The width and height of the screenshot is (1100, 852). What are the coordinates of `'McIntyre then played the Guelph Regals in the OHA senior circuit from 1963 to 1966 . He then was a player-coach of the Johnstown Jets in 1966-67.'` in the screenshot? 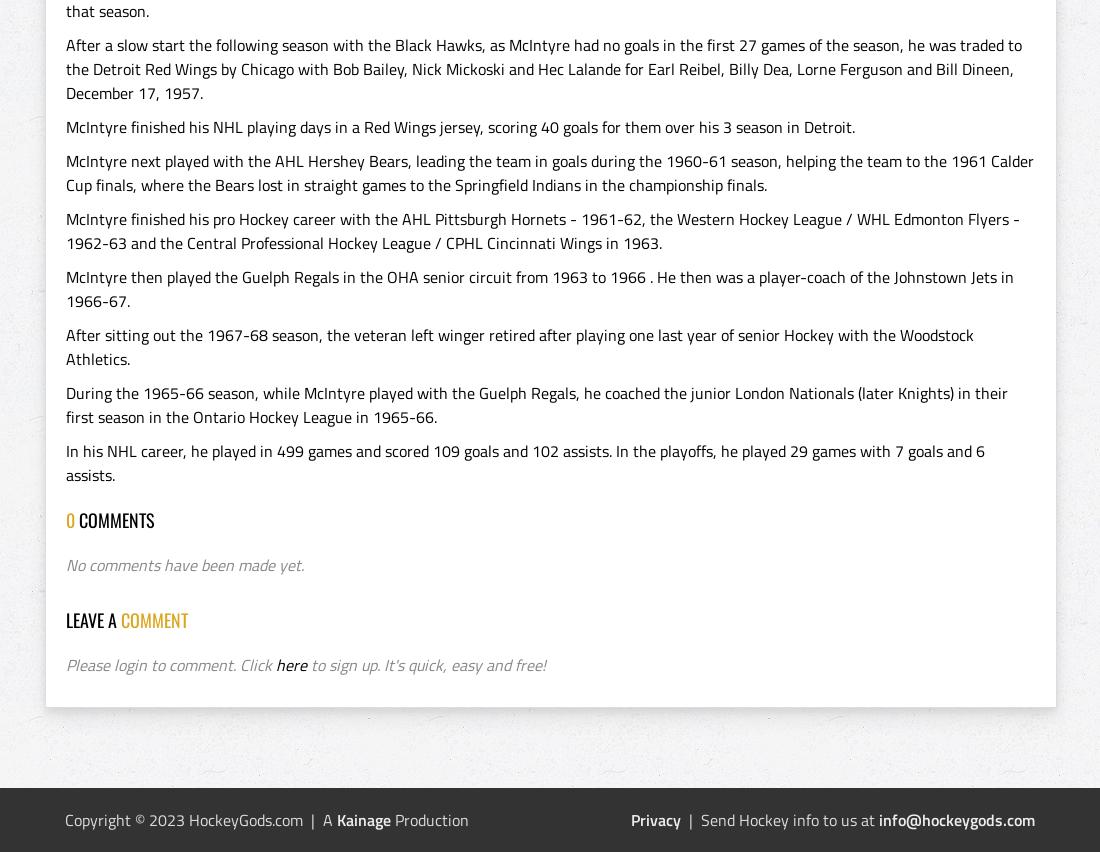 It's located at (539, 287).